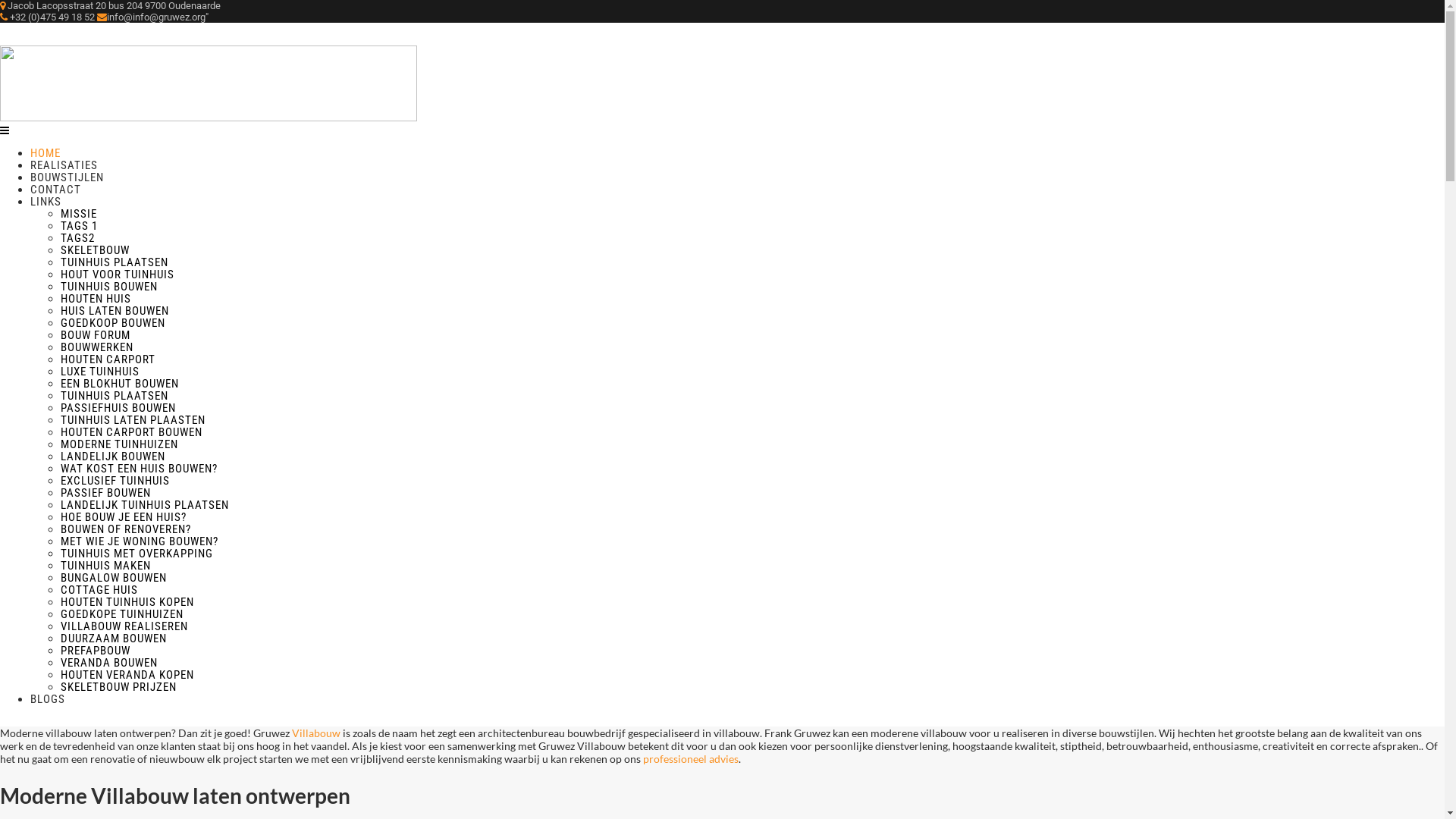 The image size is (1456, 819). I want to click on 'Villabouw', so click(316, 732).